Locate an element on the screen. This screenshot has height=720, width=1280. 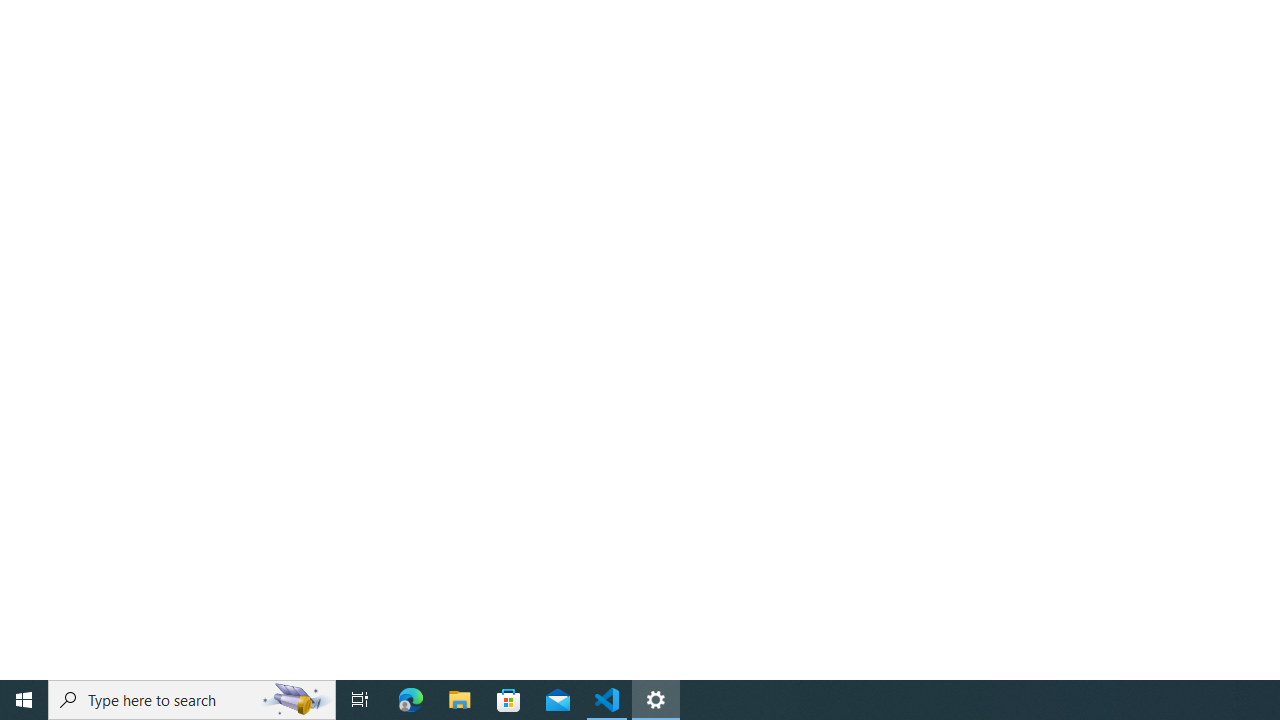
'Settings - 1 running window' is located at coordinates (656, 698).